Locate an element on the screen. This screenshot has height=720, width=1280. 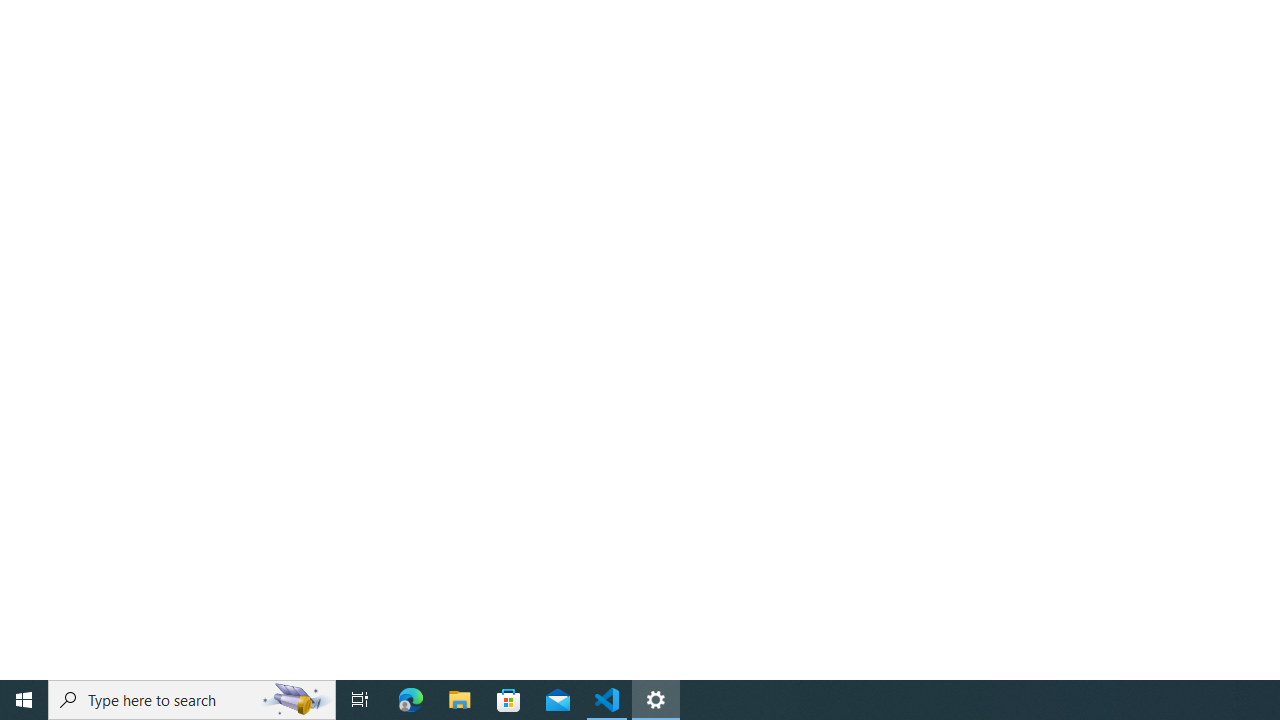
'Settings - 1 running window' is located at coordinates (656, 698).